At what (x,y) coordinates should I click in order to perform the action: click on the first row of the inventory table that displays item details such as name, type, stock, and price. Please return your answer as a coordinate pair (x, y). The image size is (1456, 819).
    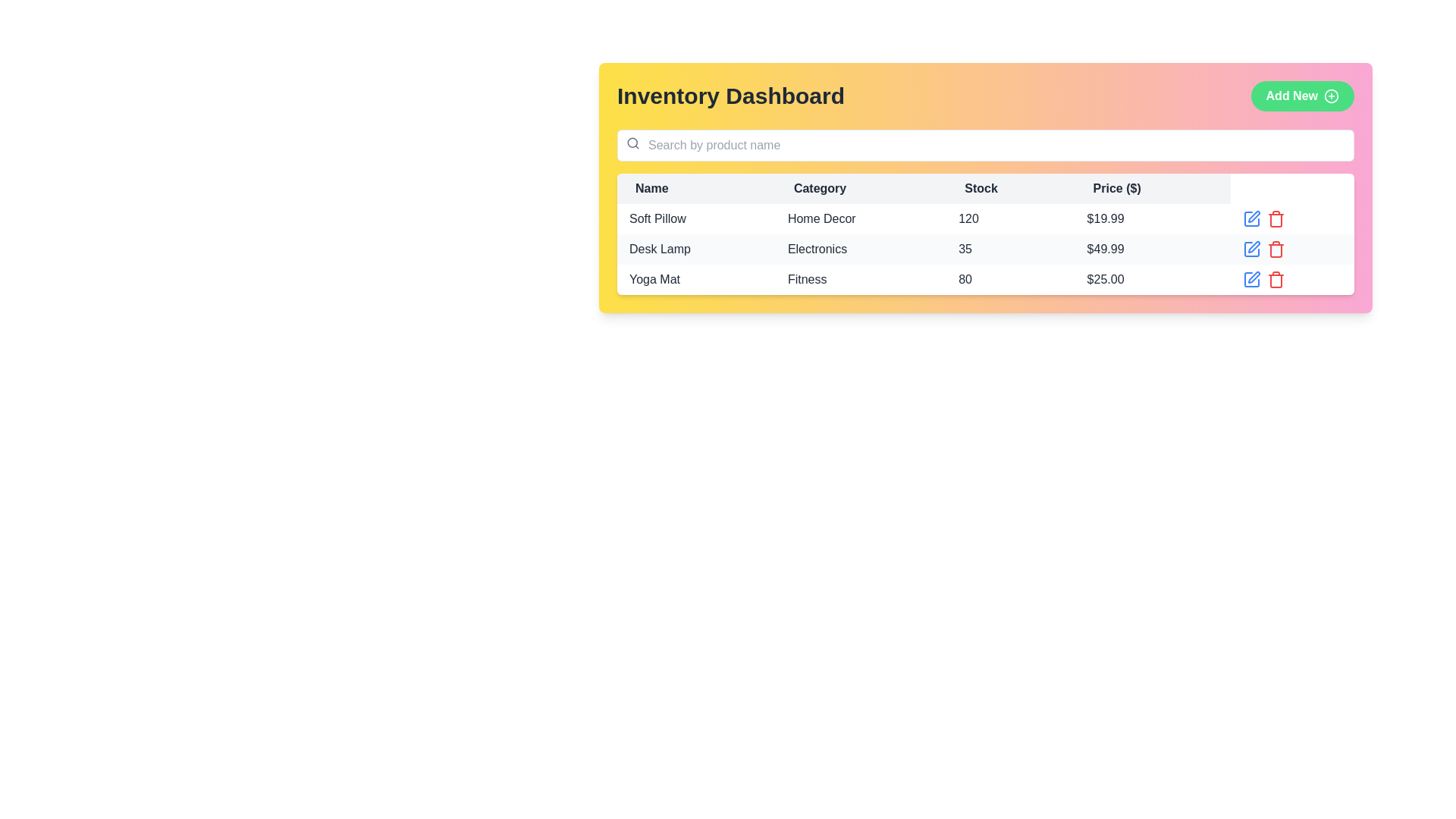
    Looking at the image, I should click on (986, 219).